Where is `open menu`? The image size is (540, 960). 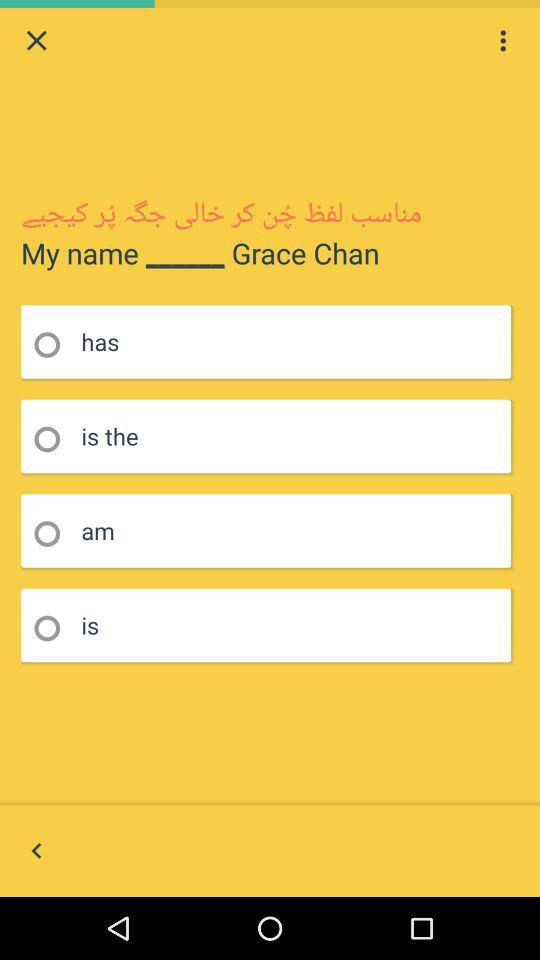
open menu is located at coordinates (502, 39).